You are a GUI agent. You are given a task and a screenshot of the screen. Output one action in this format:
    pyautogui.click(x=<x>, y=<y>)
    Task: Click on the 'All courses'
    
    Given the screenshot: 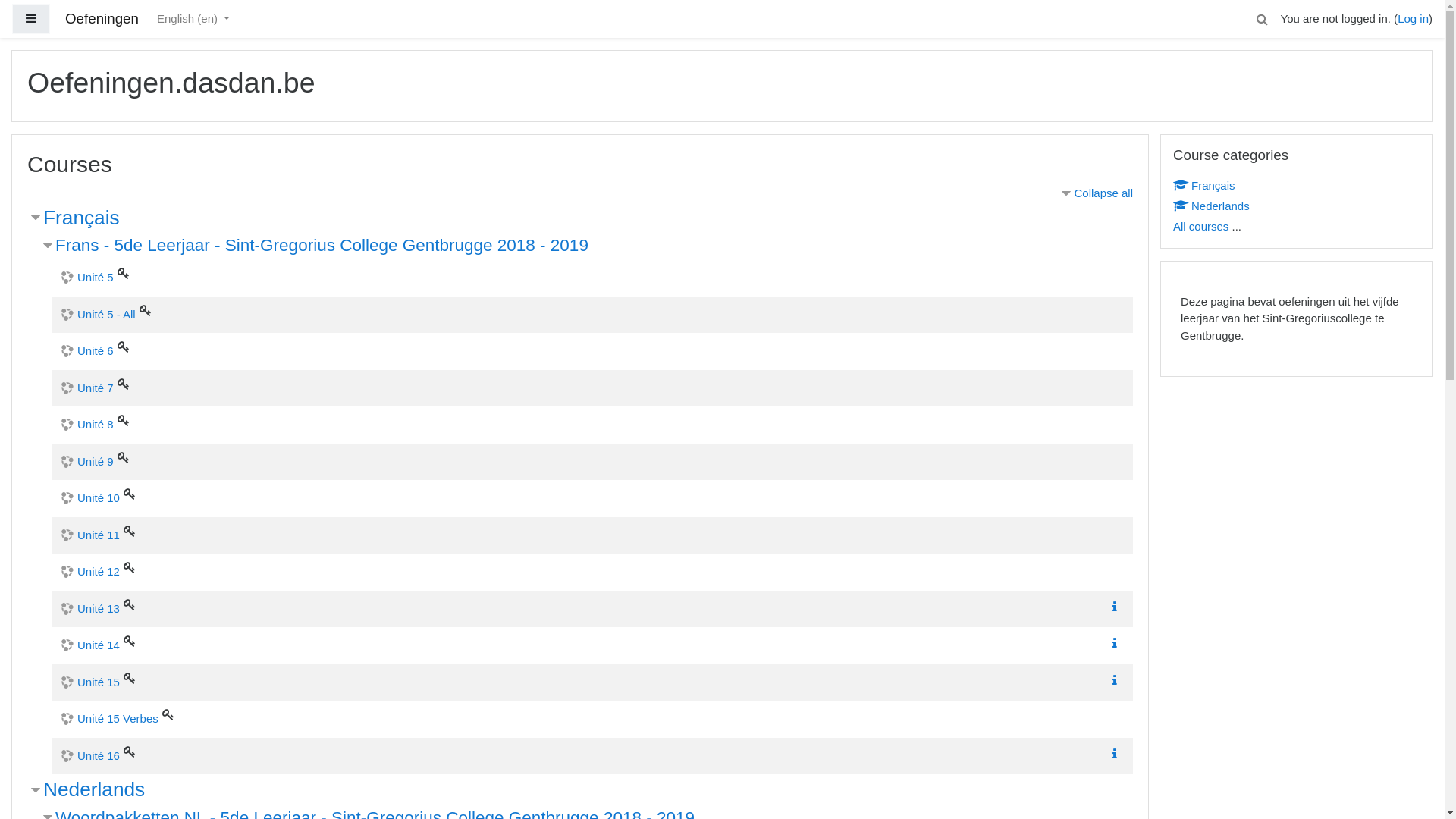 What is the action you would take?
    pyautogui.click(x=1200, y=226)
    